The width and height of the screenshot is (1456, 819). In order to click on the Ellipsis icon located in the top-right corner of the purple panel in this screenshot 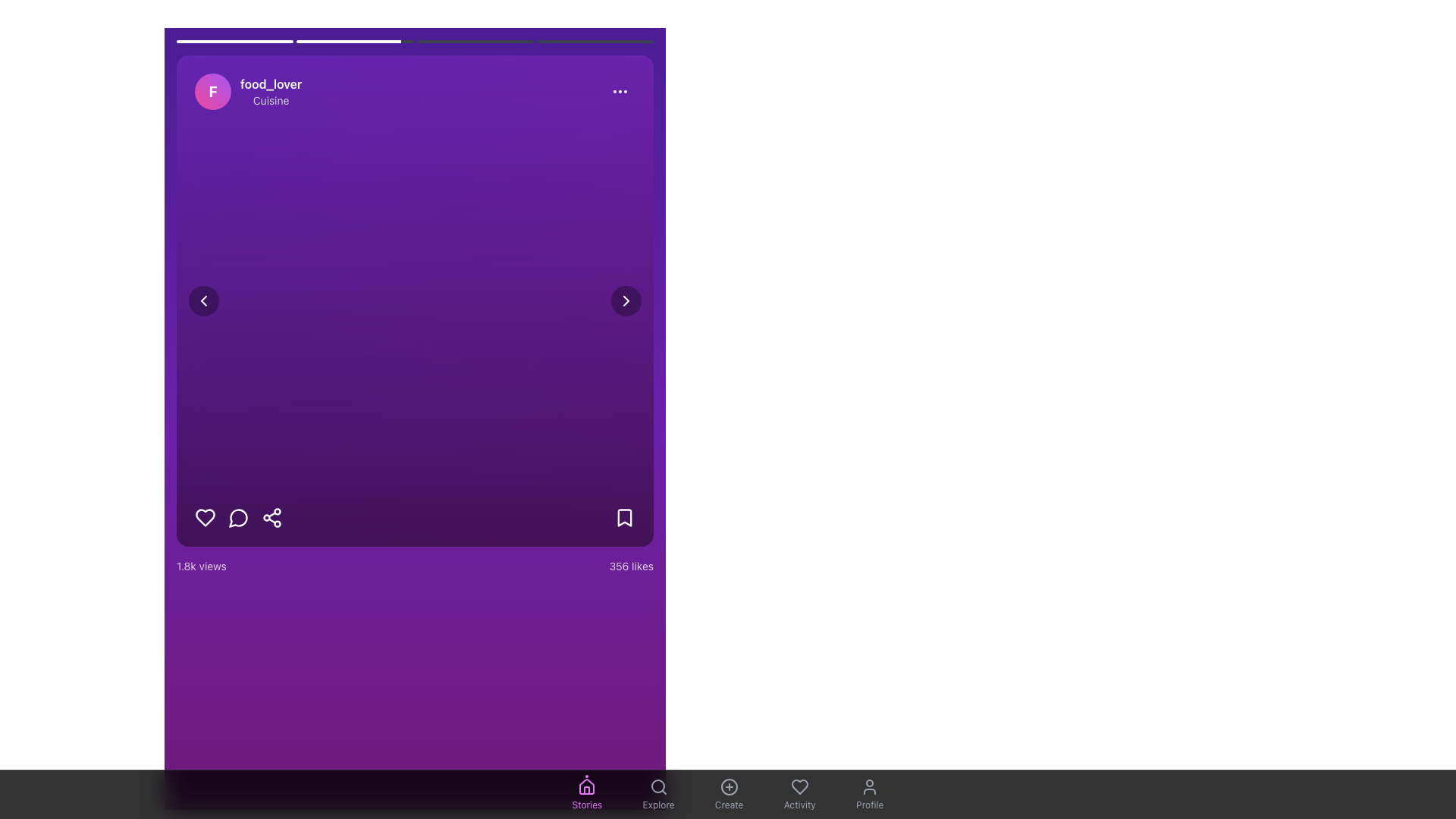, I will do `click(620, 91)`.